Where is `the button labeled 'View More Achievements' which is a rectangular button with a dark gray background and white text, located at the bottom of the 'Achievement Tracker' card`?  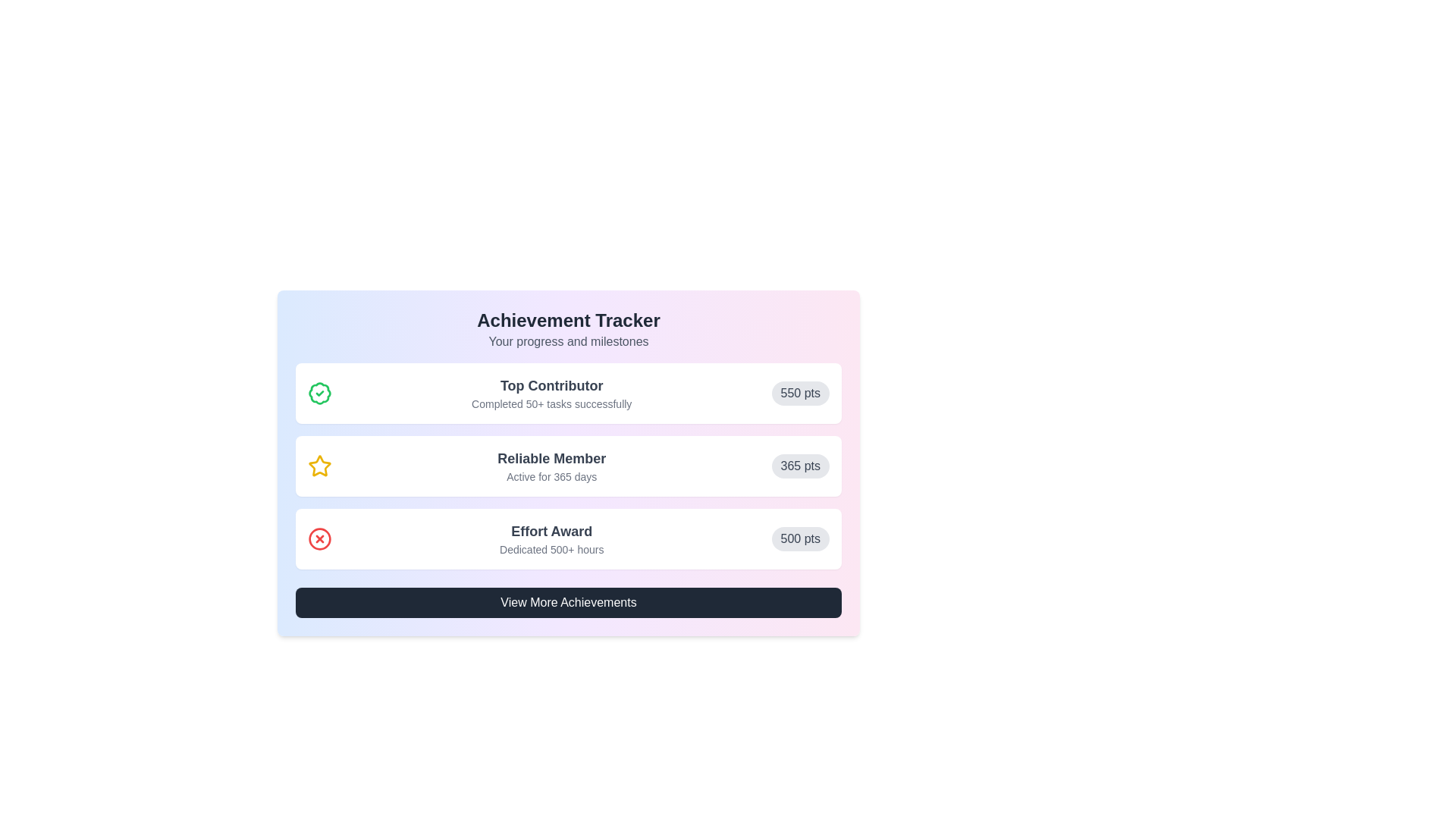
the button labeled 'View More Achievements' which is a rectangular button with a dark gray background and white text, located at the bottom of the 'Achievement Tracker' card is located at coordinates (567, 601).